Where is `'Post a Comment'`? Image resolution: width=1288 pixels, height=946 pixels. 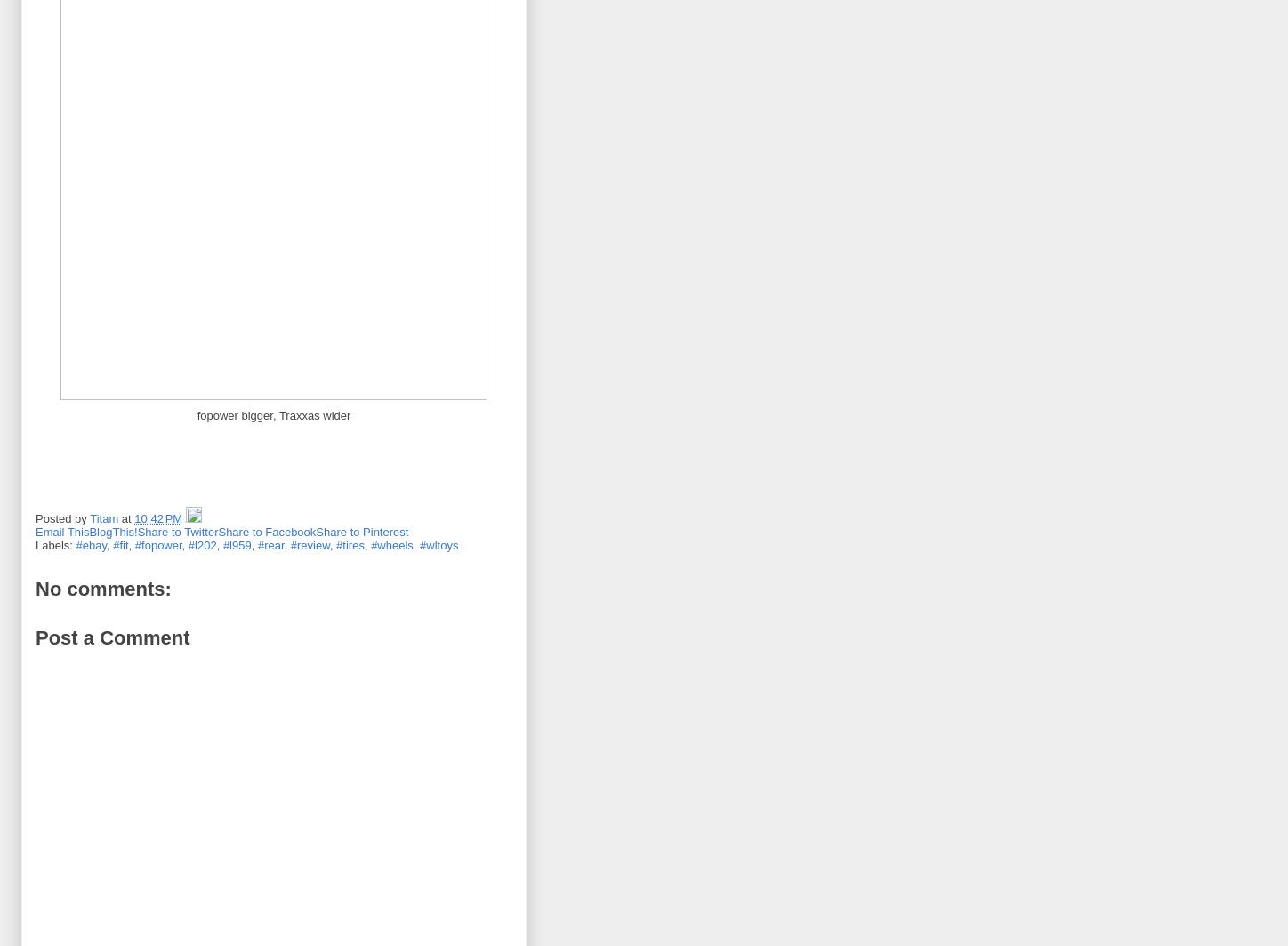
'Post a Comment' is located at coordinates (111, 637).